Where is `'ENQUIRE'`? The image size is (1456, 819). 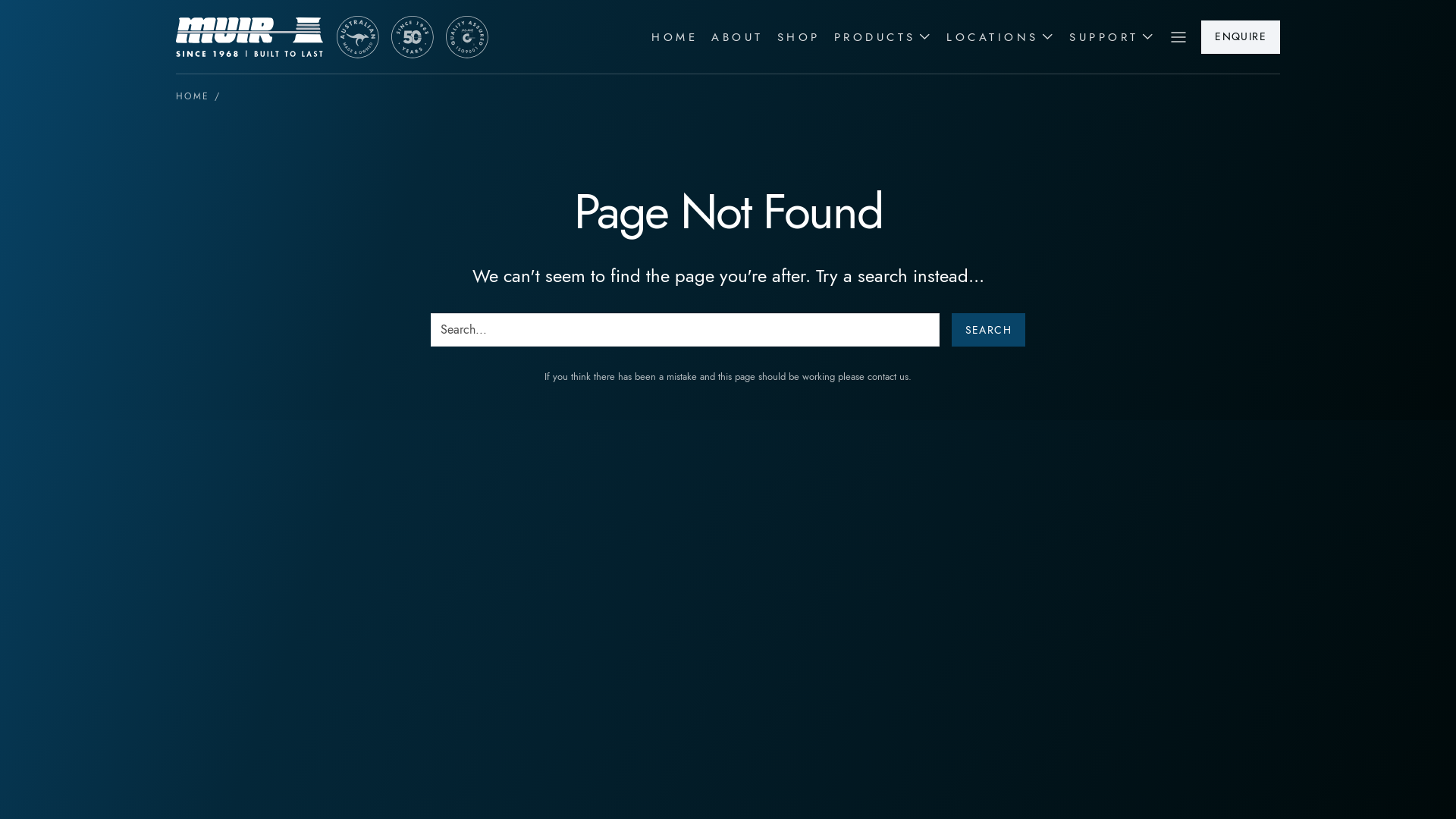
'ENQUIRE' is located at coordinates (1241, 36).